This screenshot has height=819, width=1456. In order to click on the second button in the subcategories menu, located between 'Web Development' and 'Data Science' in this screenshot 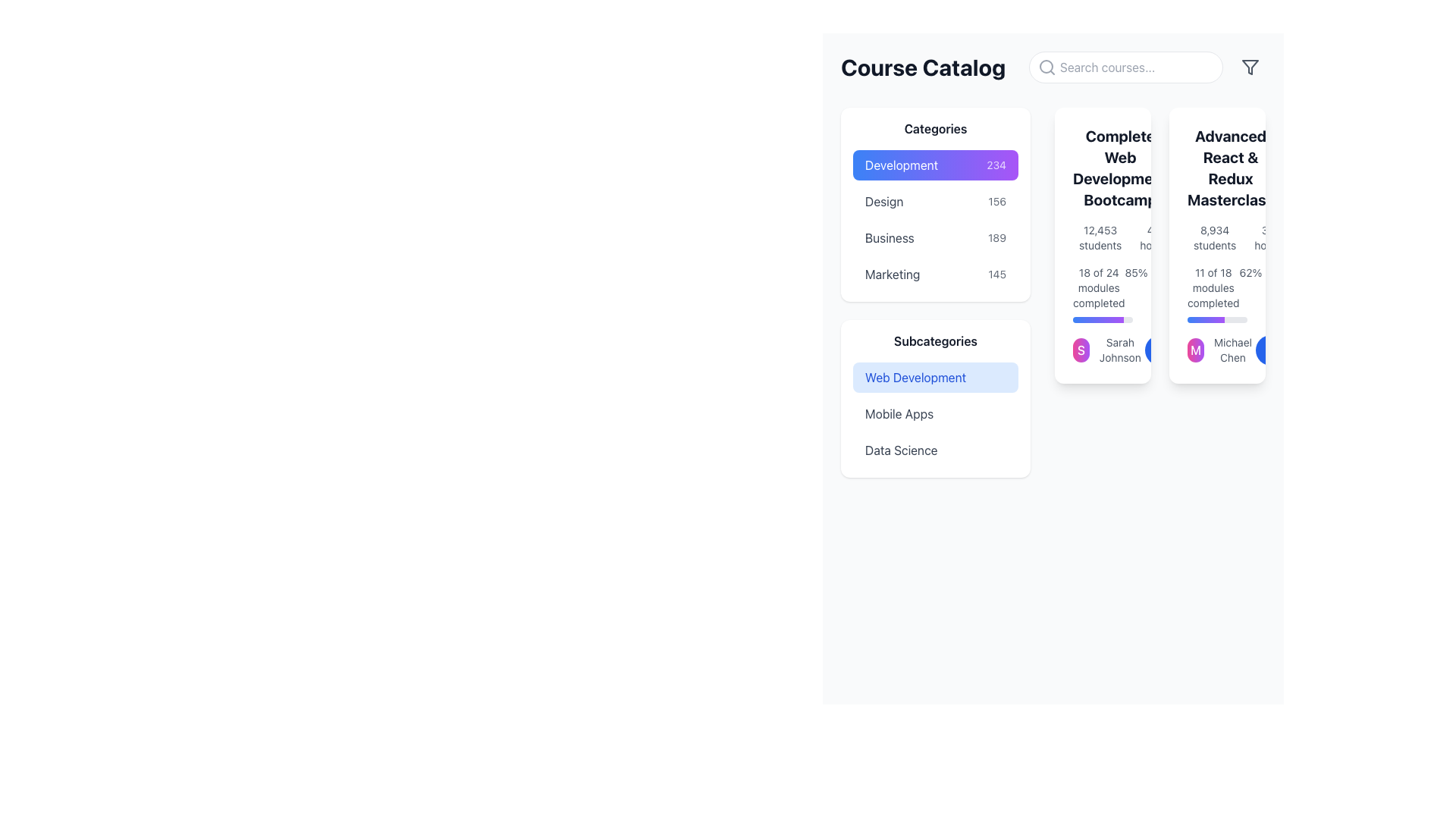, I will do `click(934, 414)`.